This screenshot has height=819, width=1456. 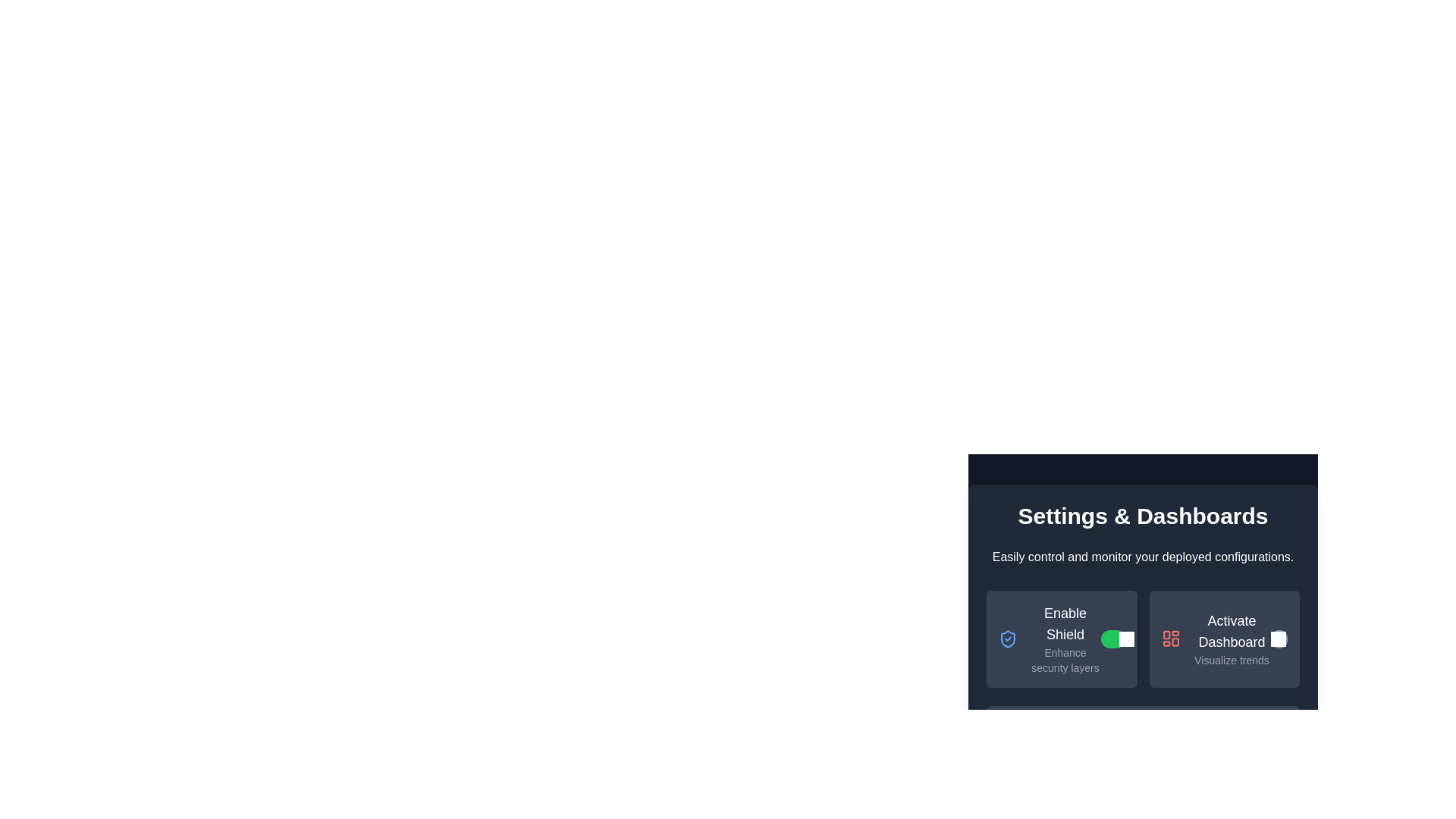 I want to click on the shield-check icon located in the 'Enable Shield' section, near the descriptive text 'Enhance security layers', so click(x=1008, y=639).